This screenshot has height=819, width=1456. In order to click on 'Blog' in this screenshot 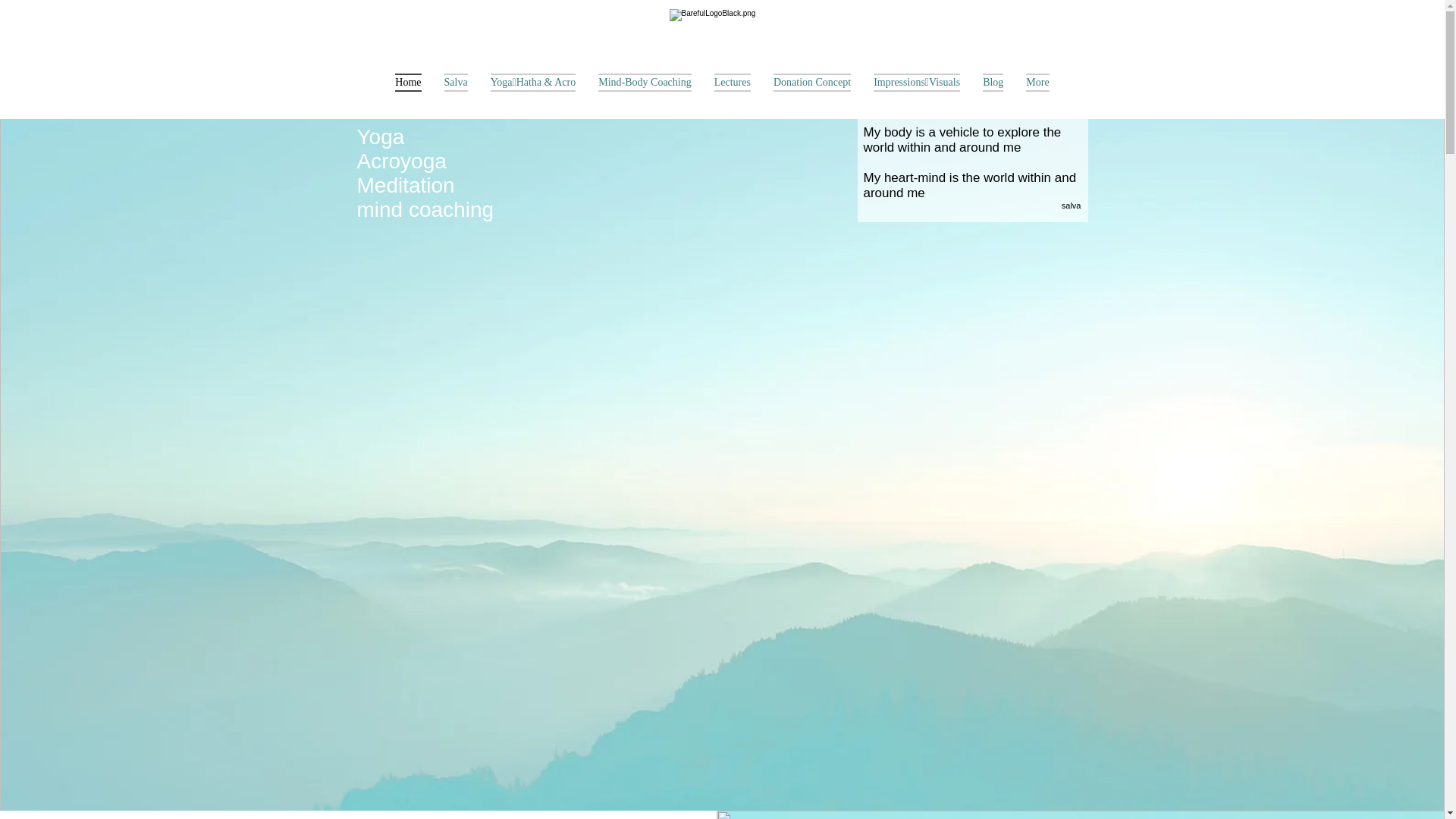, I will do `click(971, 93)`.